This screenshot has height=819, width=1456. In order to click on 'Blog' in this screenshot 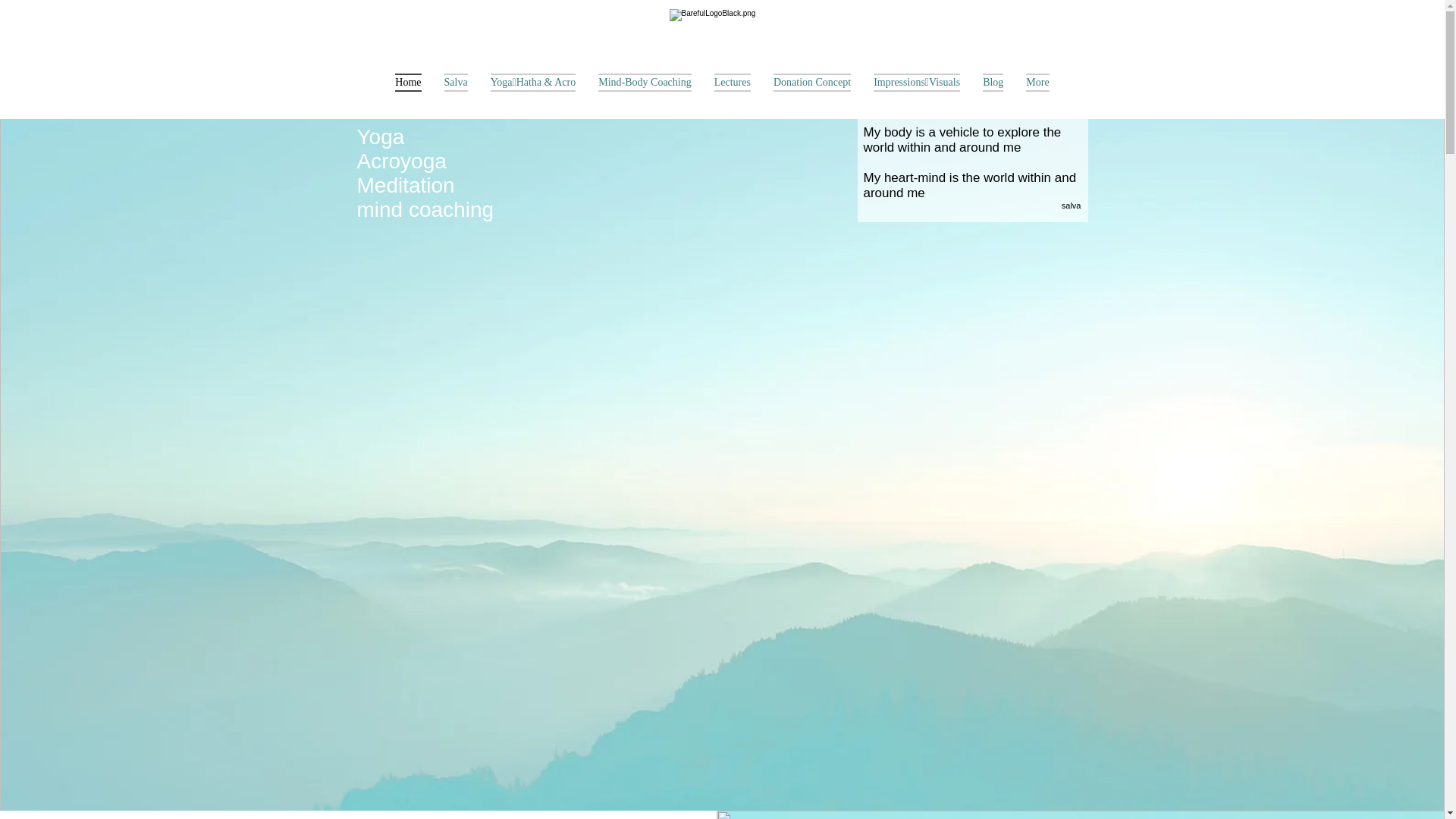, I will do `click(971, 93)`.